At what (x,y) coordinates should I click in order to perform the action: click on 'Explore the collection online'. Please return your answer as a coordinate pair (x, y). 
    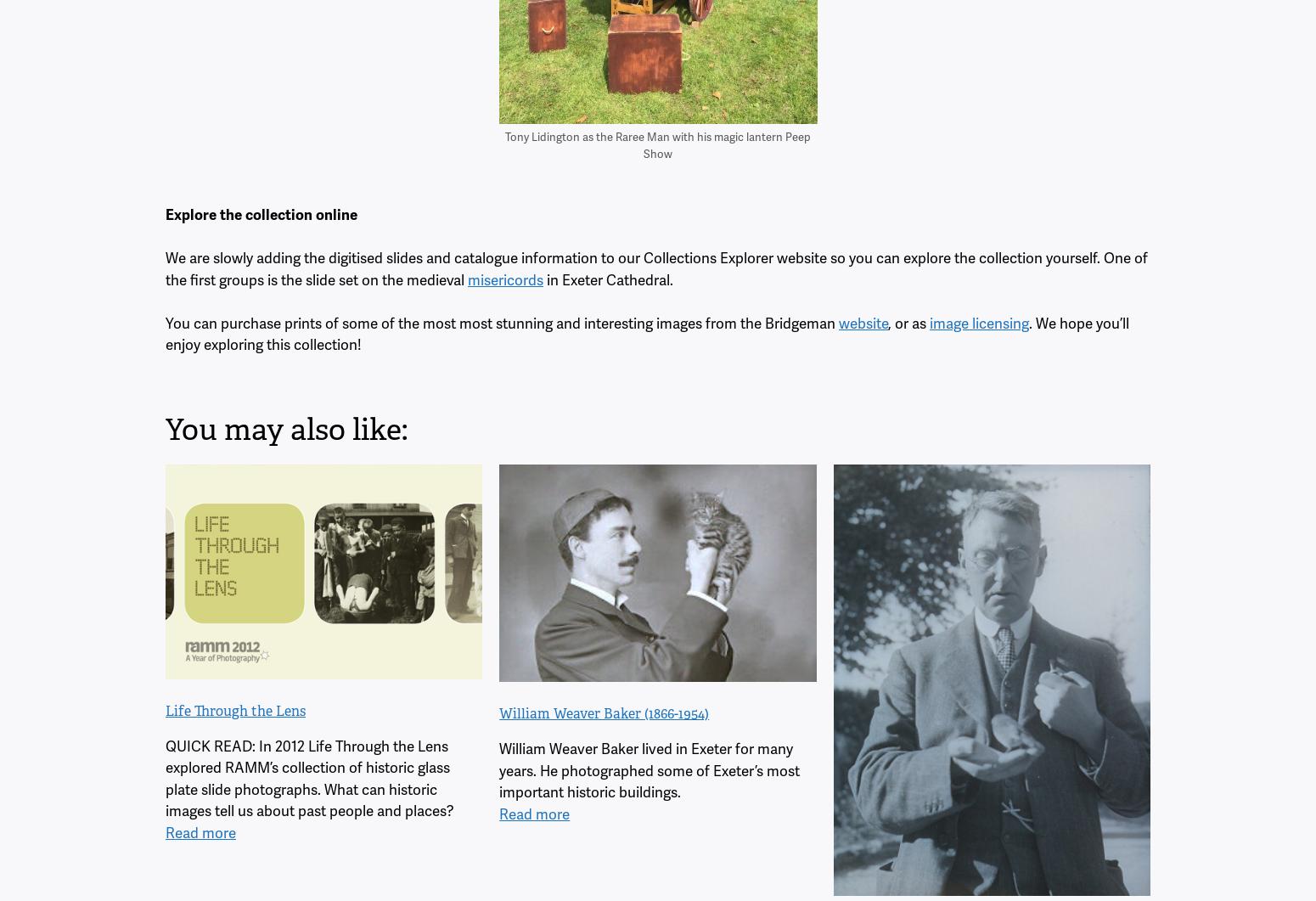
    Looking at the image, I should click on (261, 214).